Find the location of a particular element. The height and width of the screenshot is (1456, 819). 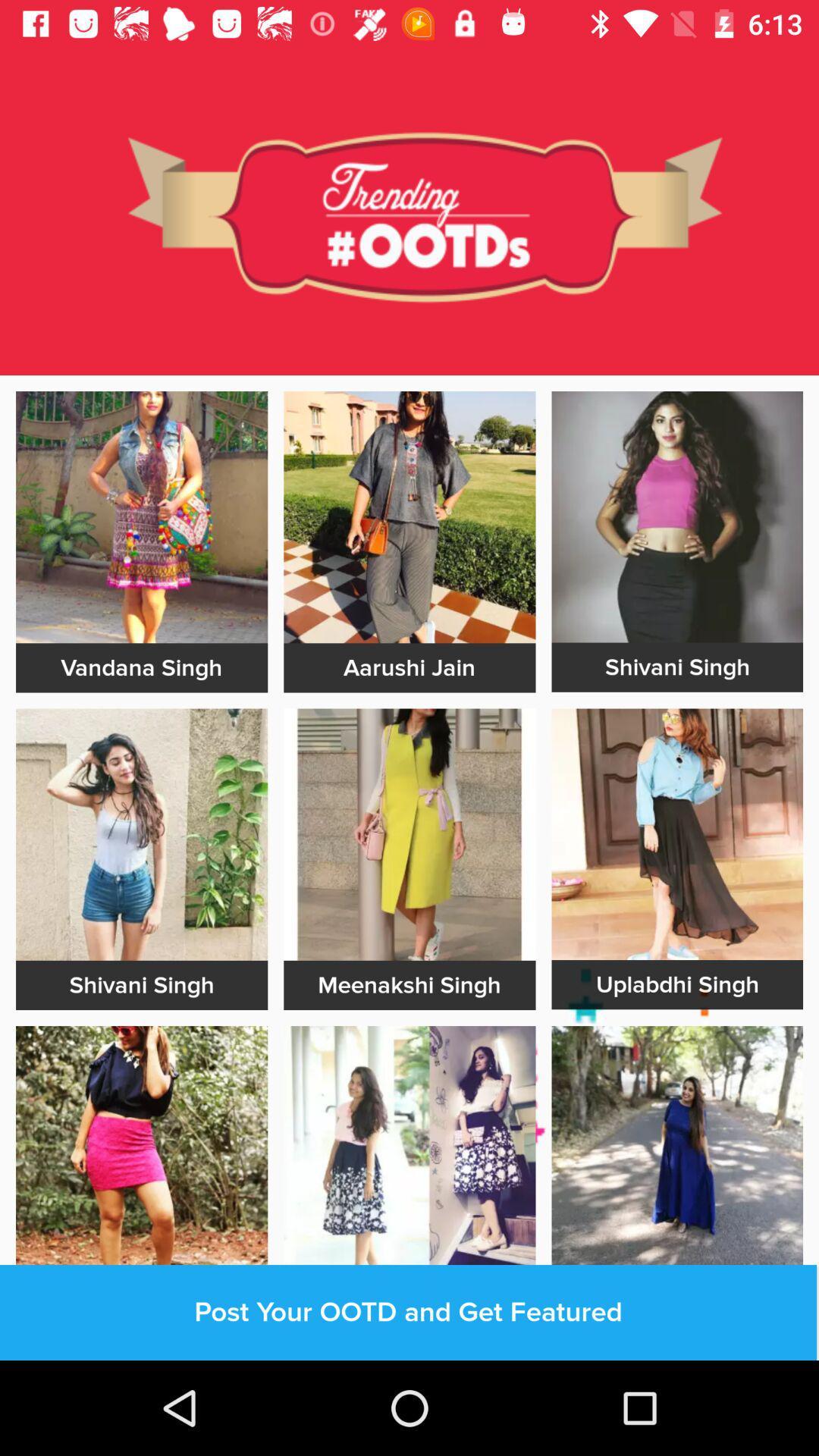

advertisement page is located at coordinates (676, 516).